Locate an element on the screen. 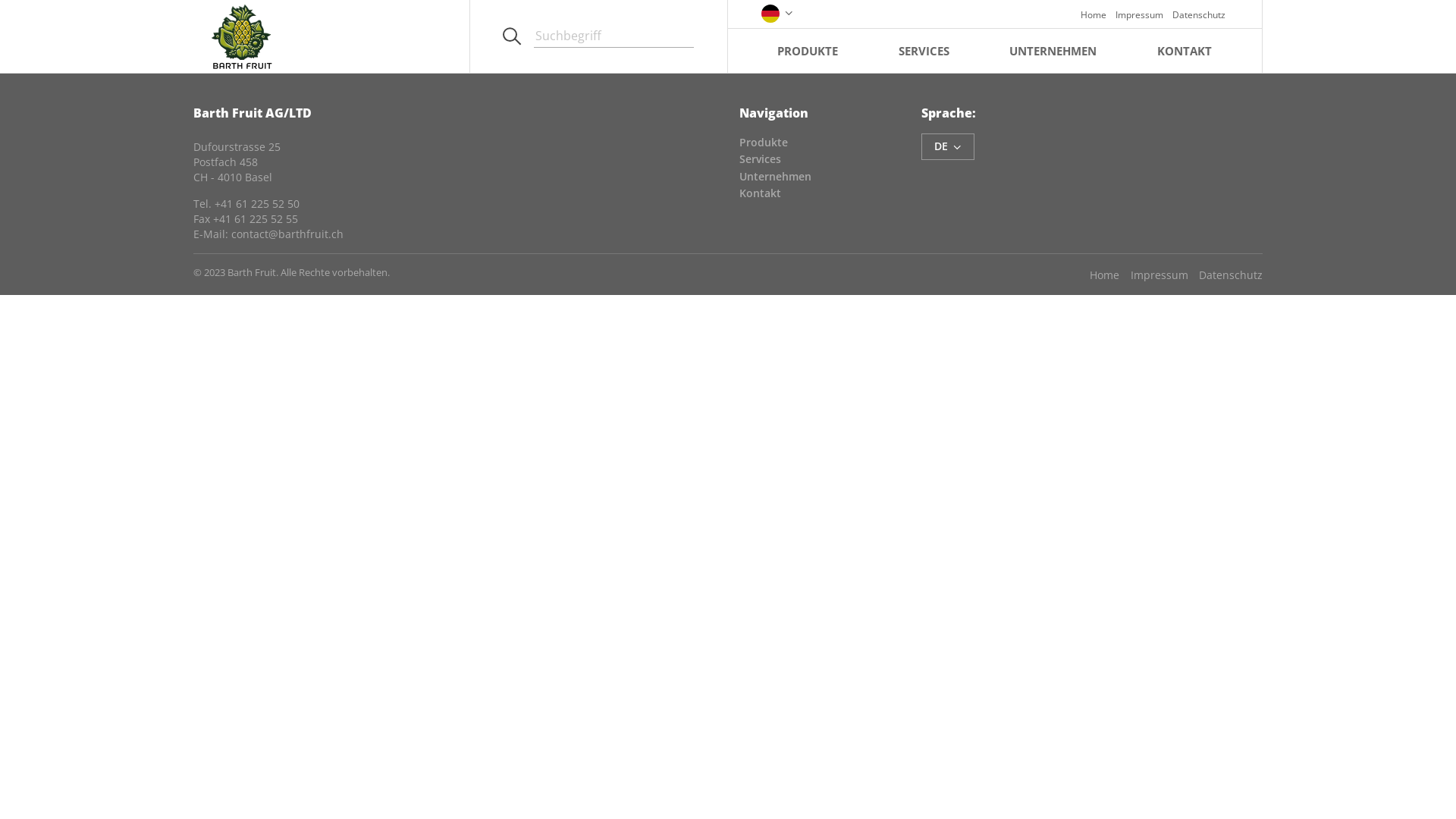 The width and height of the screenshot is (1456, 819). 'Unternehmen' is located at coordinates (775, 175).